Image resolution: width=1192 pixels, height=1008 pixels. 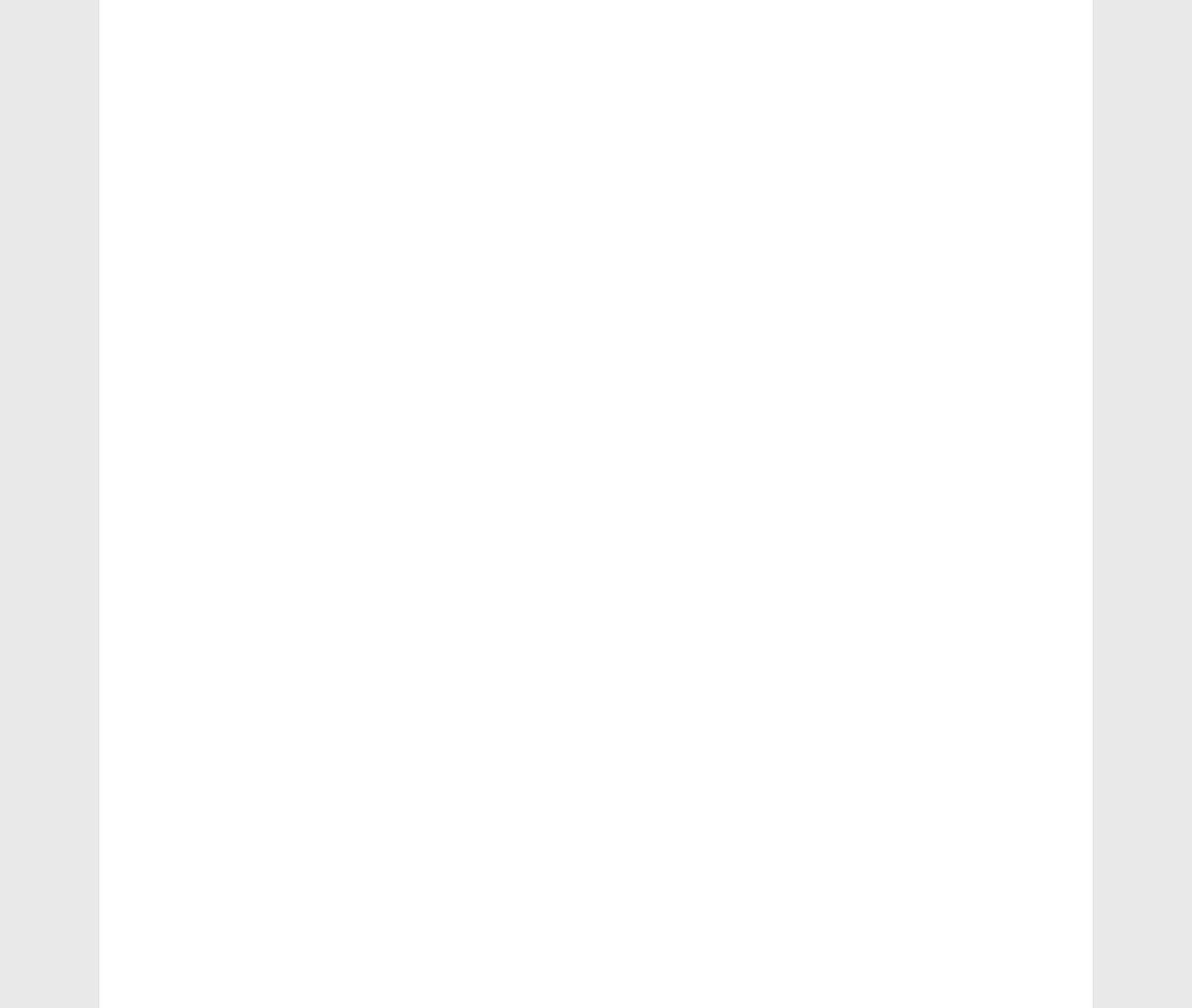 I want to click on 'Driving Education', so click(x=204, y=169).